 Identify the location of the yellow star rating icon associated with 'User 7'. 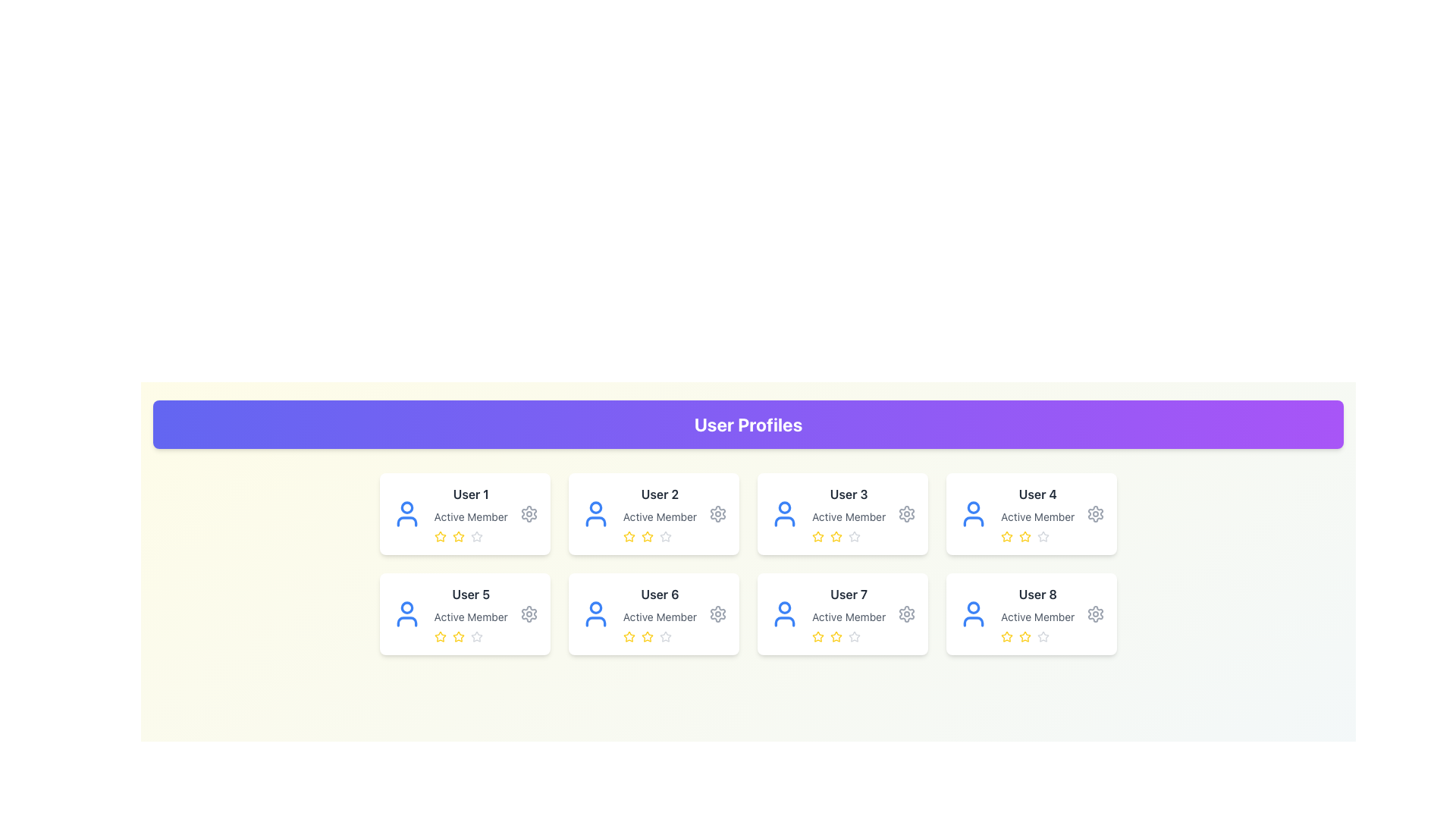
(817, 636).